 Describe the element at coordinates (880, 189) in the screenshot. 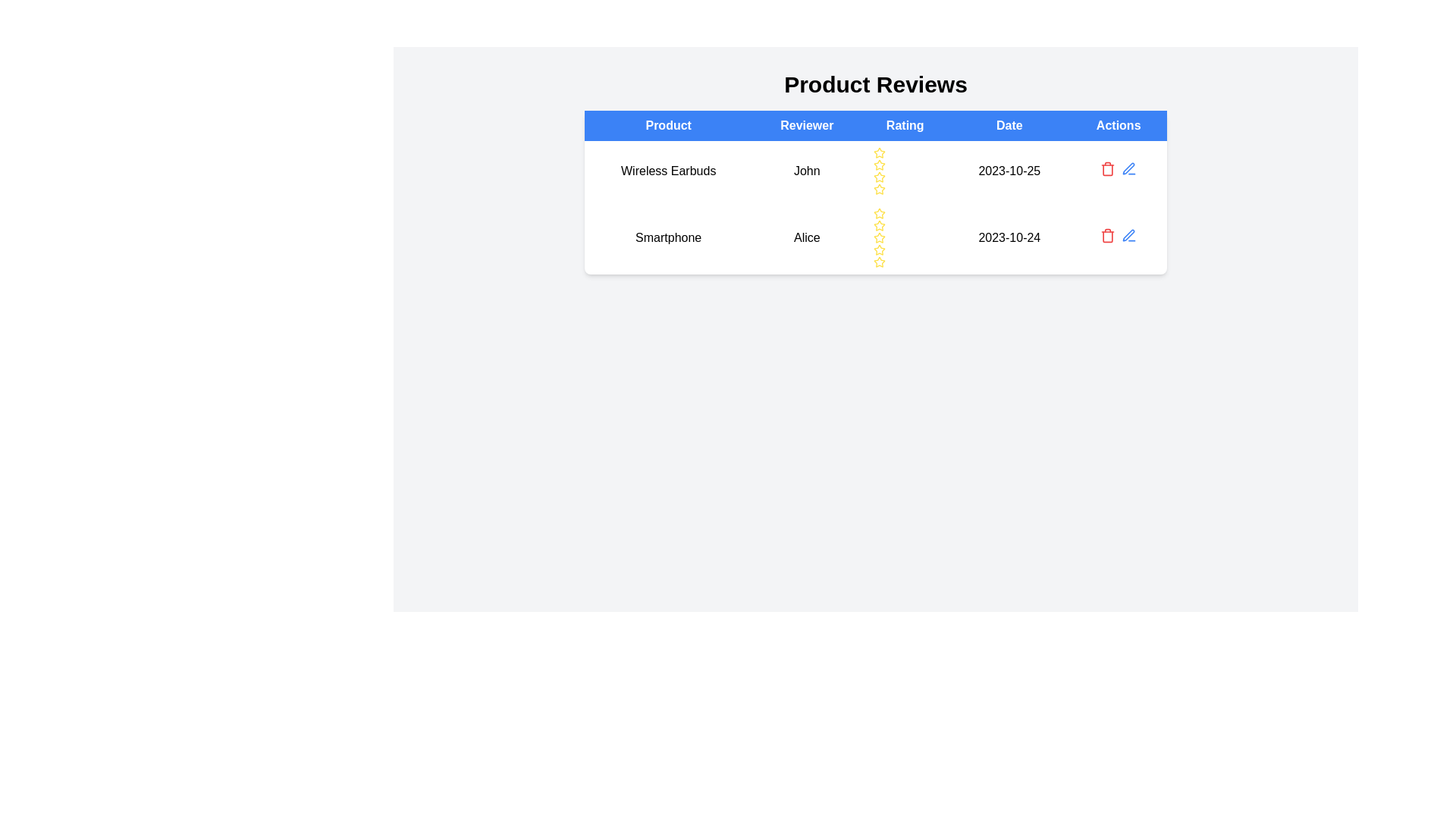

I see `the last yellow star in the rating row for John in the 'Wireless Earbuds' row within the 'Product Reviews' table, located in the 'Rating' column` at that location.